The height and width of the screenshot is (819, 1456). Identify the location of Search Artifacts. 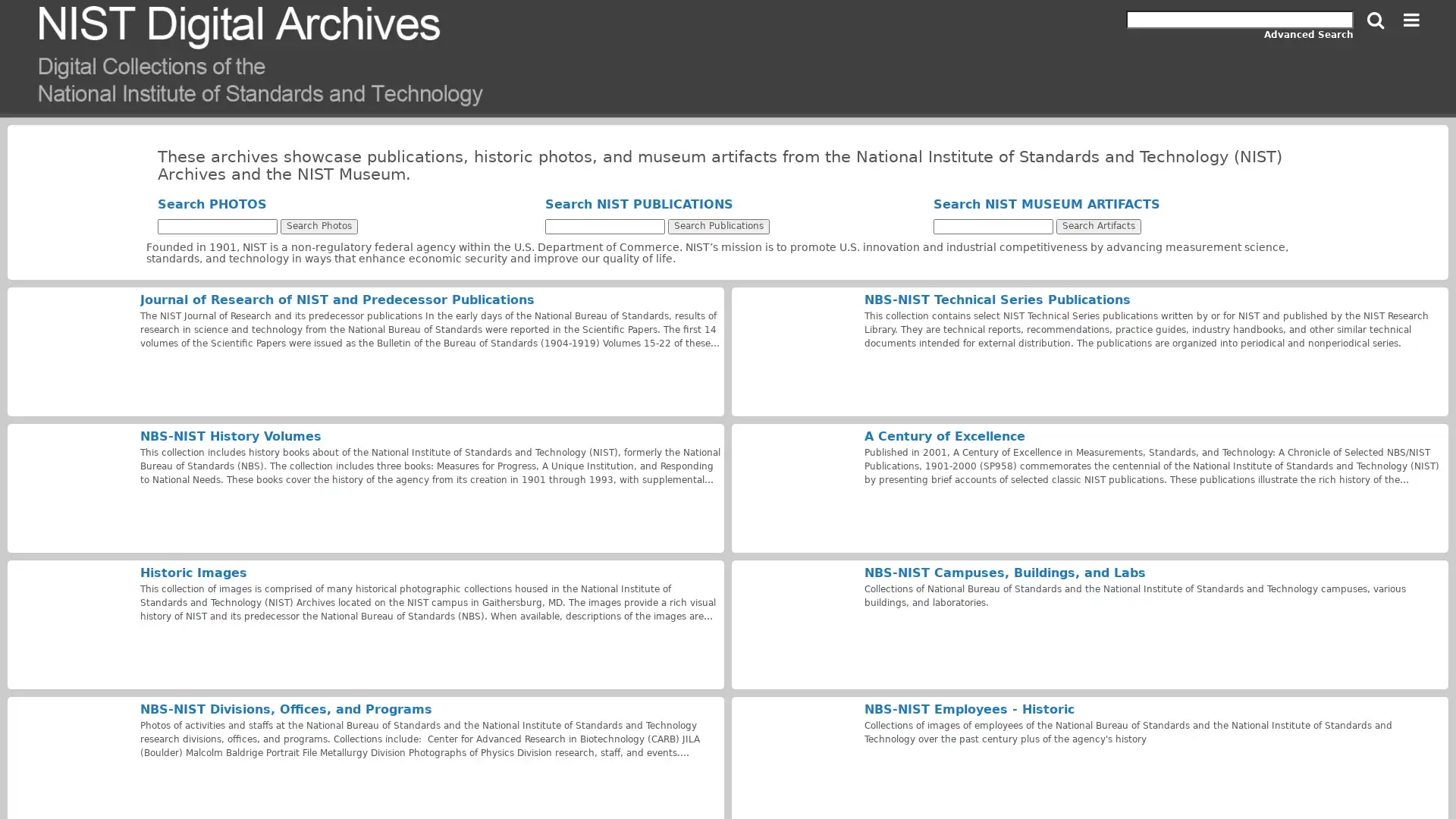
(1098, 225).